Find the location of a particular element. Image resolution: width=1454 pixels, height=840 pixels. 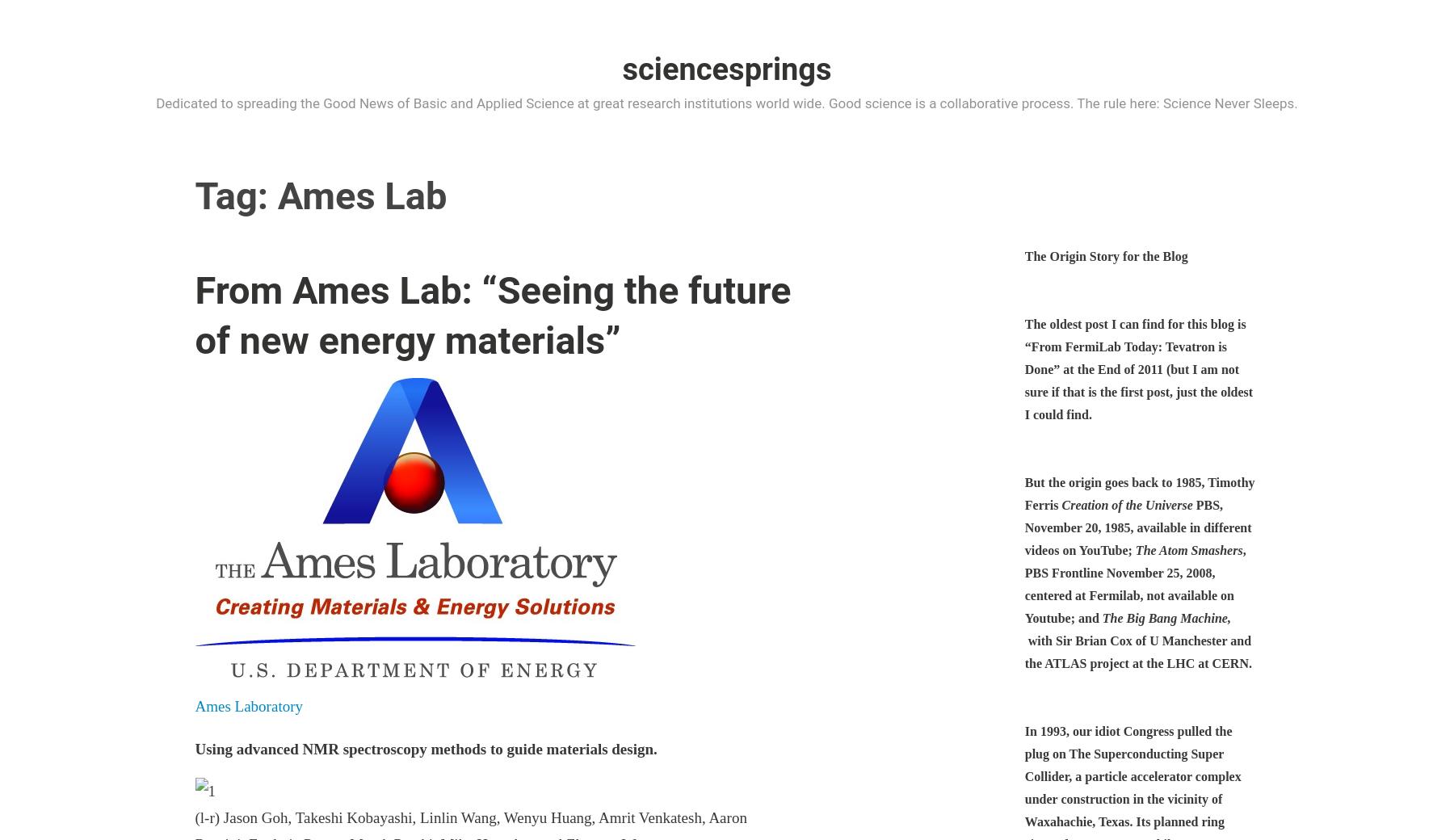

'Dedicated to spreading the Good News  of Basic and Applied Science at great research institutions world wide. Good science is a collaborative process. The rule here: Science Never Sleeps.' is located at coordinates (726, 101).